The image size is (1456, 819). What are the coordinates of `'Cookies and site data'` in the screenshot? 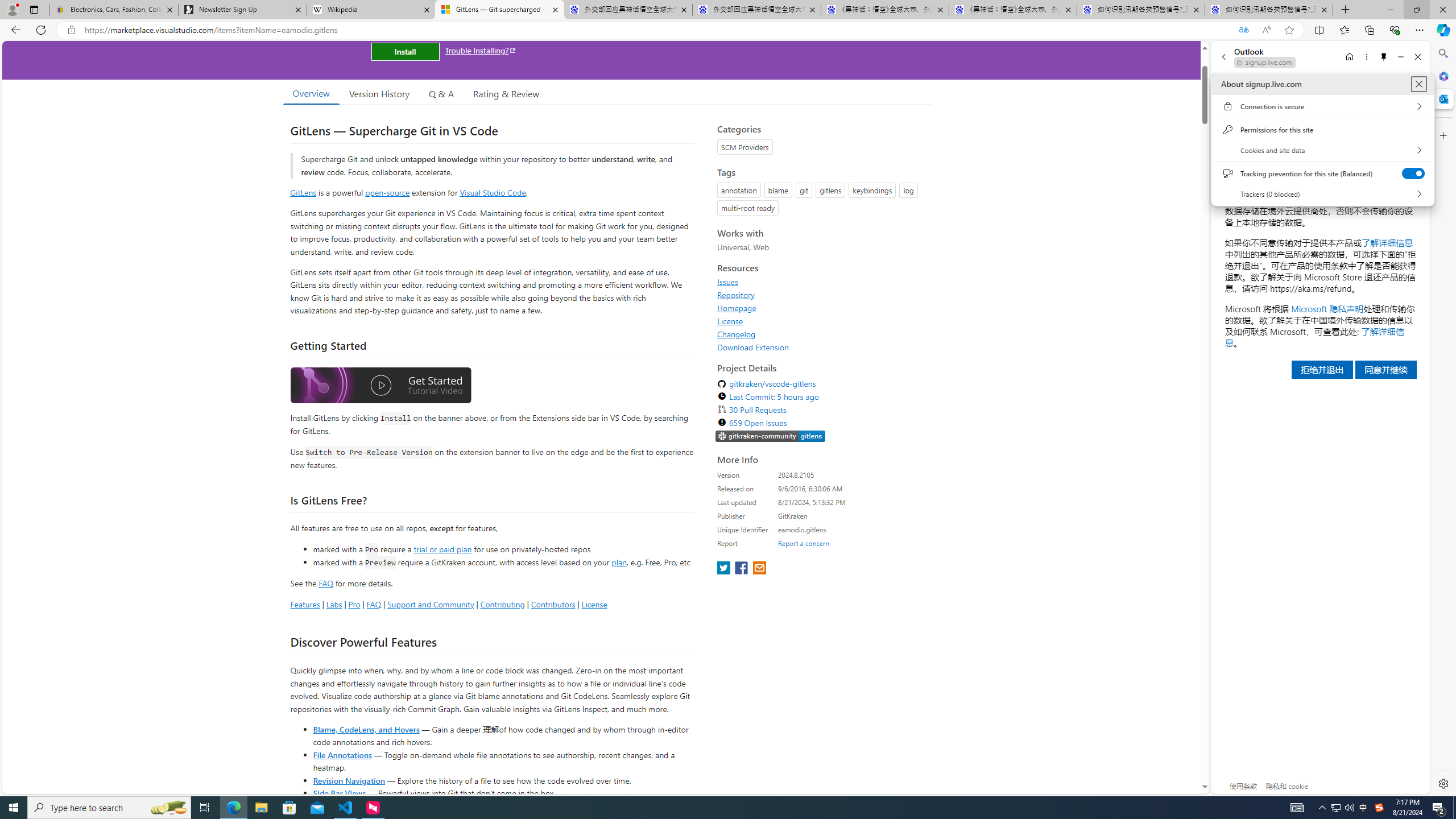 It's located at (1322, 150).